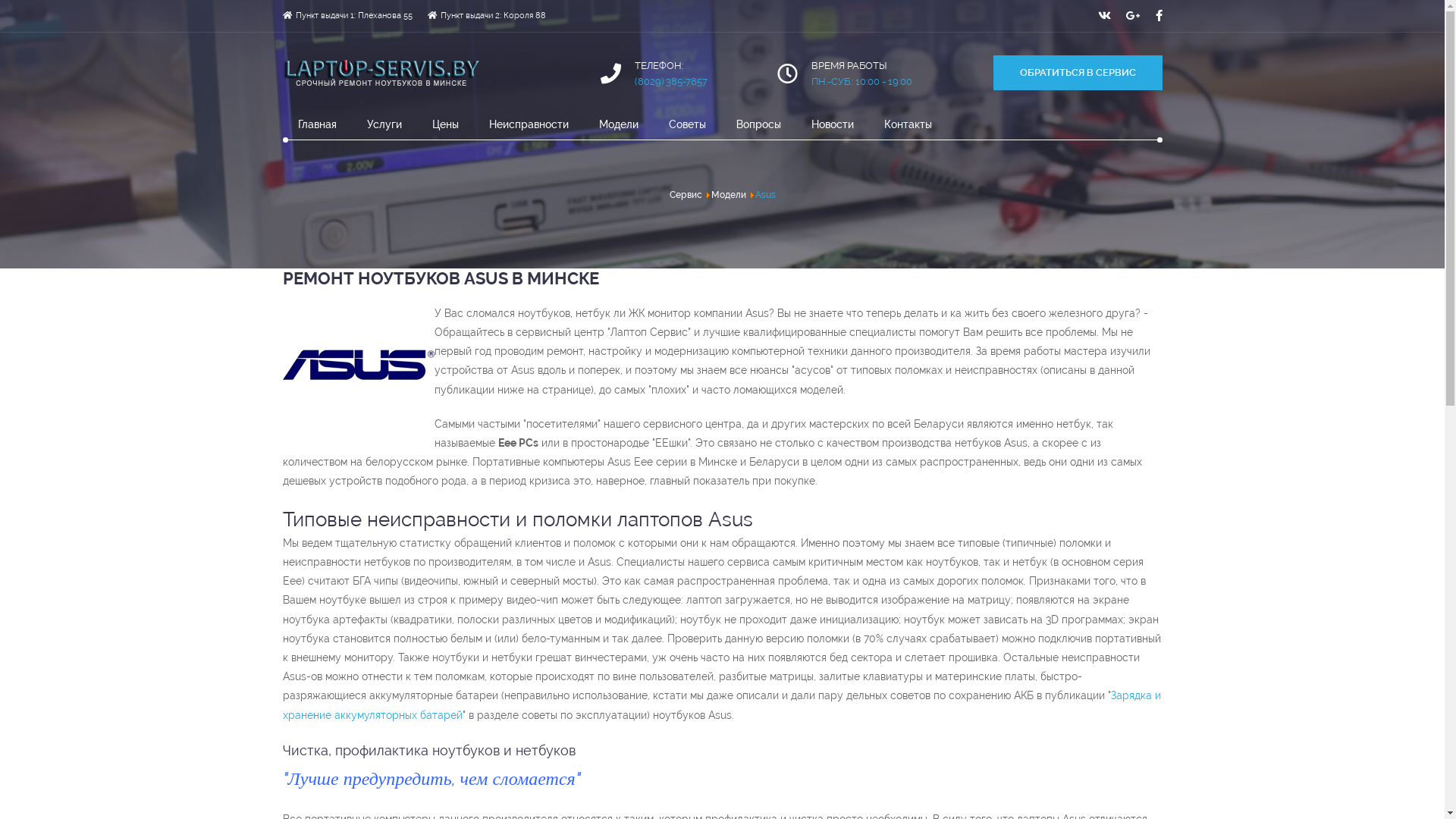 Image resolution: width=1456 pixels, height=819 pixels. I want to click on '(8029) 385-7857', so click(670, 81).